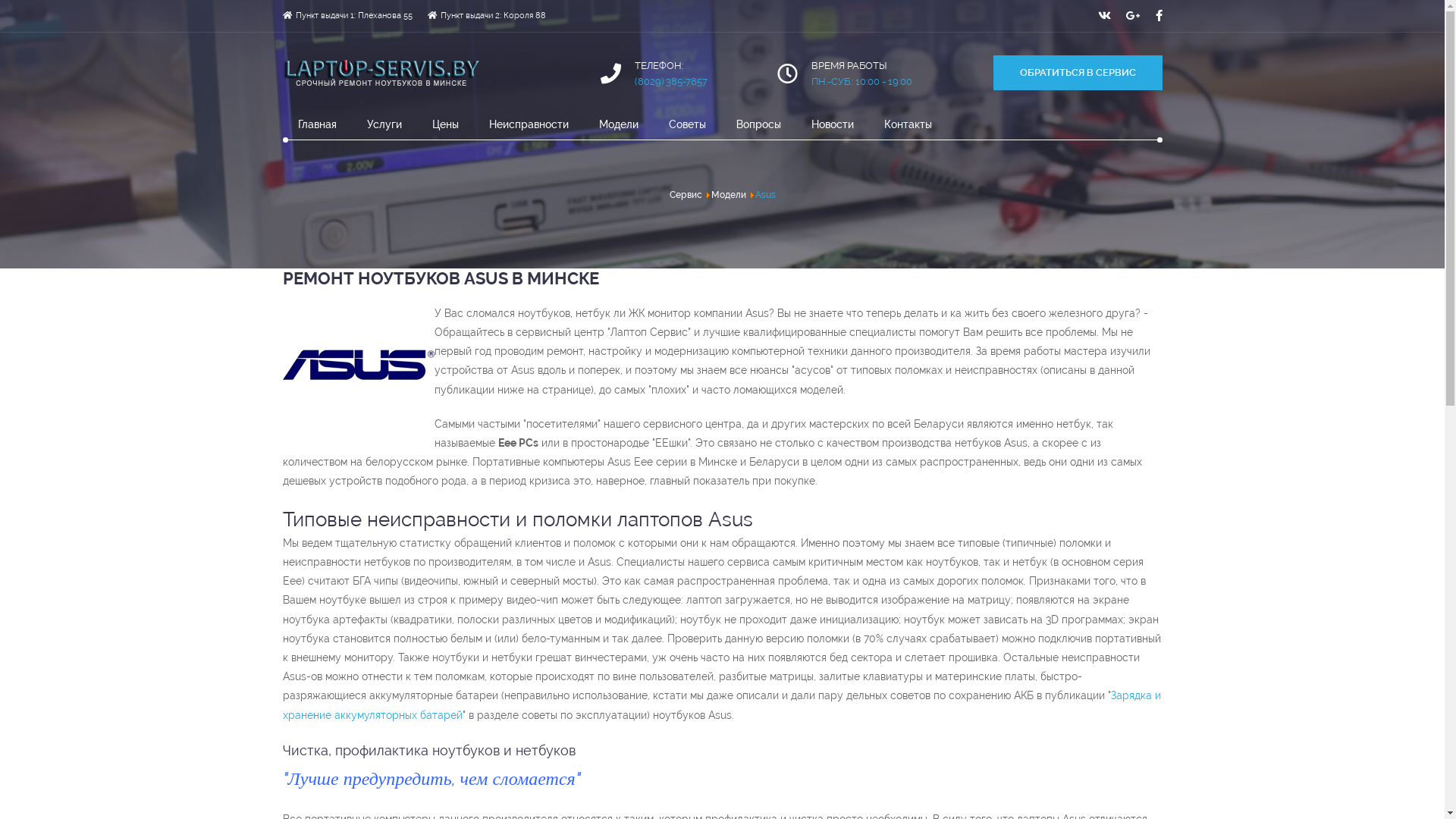 Image resolution: width=1456 pixels, height=819 pixels. I want to click on '(8029) 385-7857', so click(670, 81).